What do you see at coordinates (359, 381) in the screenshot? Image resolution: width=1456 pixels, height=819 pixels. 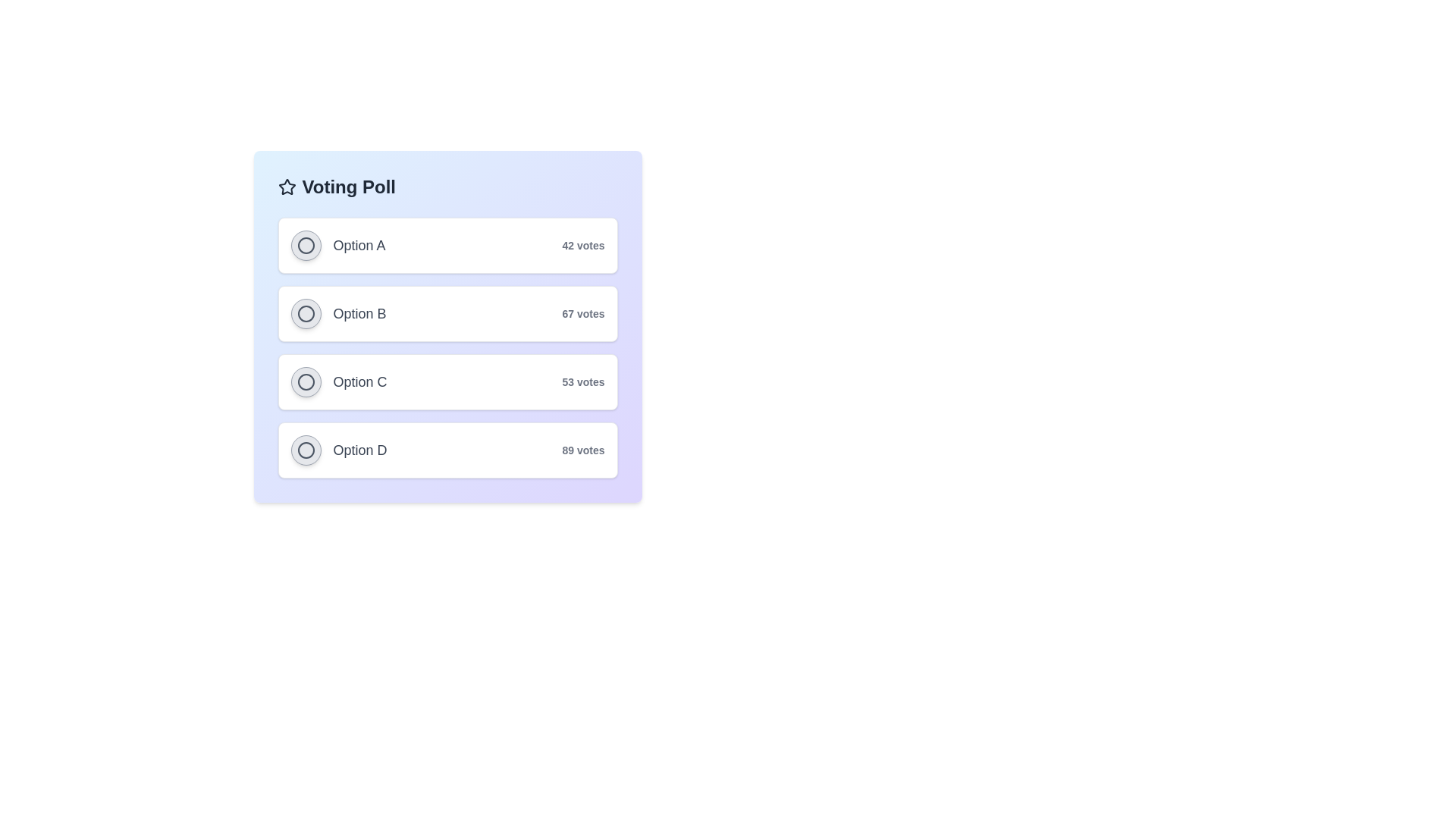 I see `the third text label component in a voting interface, which is visually connected to a radio button and positioned between 'Option B' and 'Option D'` at bounding box center [359, 381].